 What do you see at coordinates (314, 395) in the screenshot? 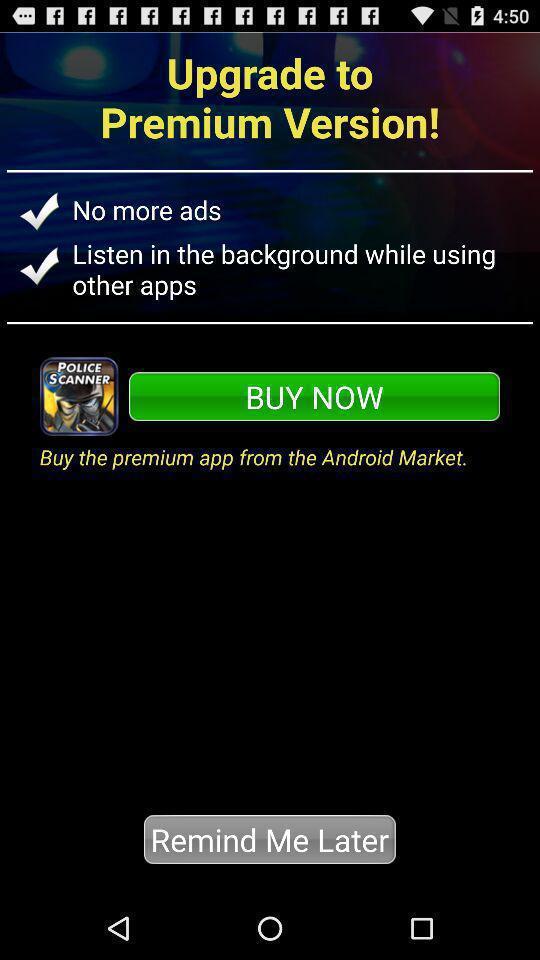
I see `the buy now` at bounding box center [314, 395].